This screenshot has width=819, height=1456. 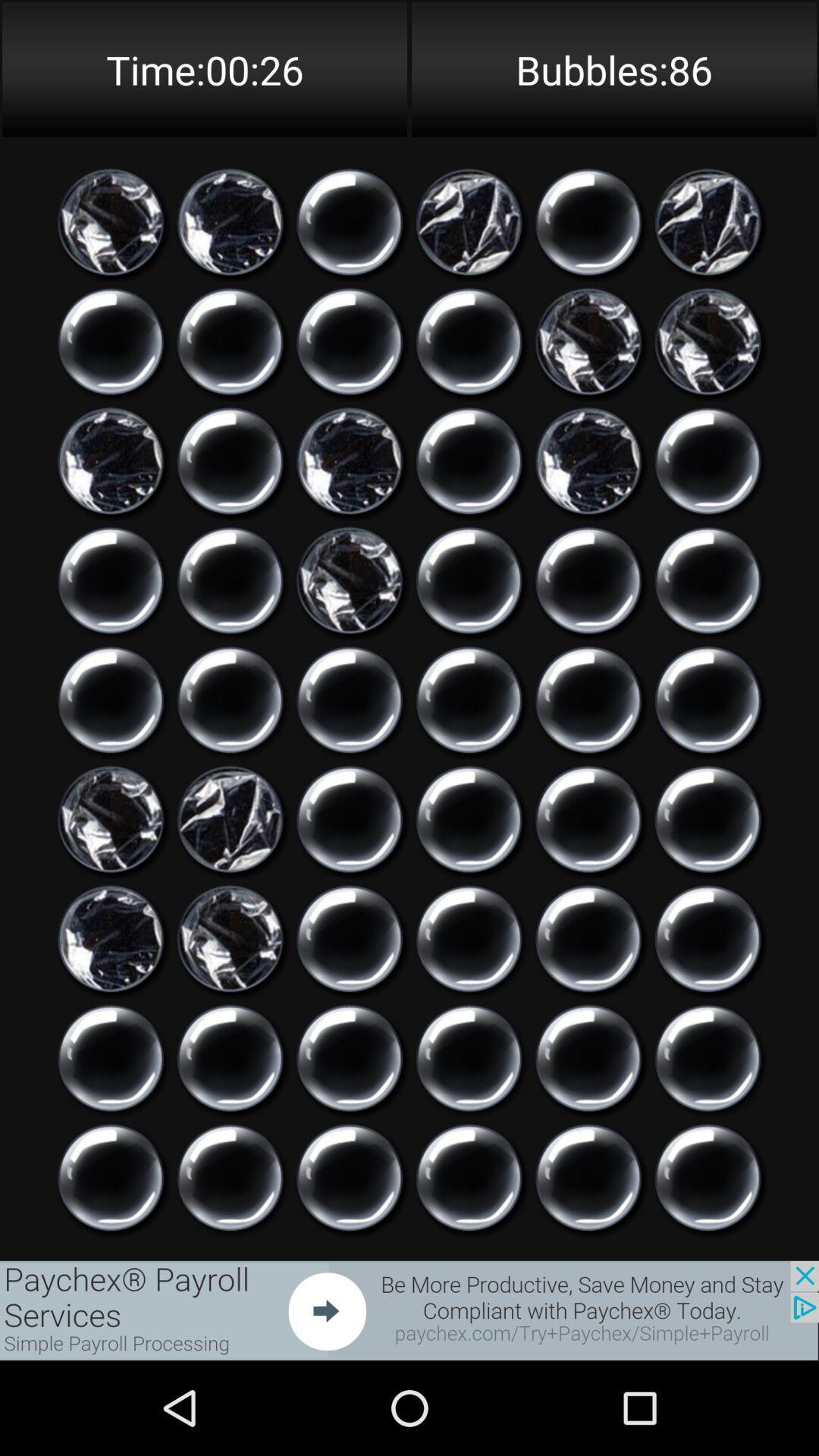 What do you see at coordinates (468, 1177) in the screenshot?
I see `pop a bubble` at bounding box center [468, 1177].